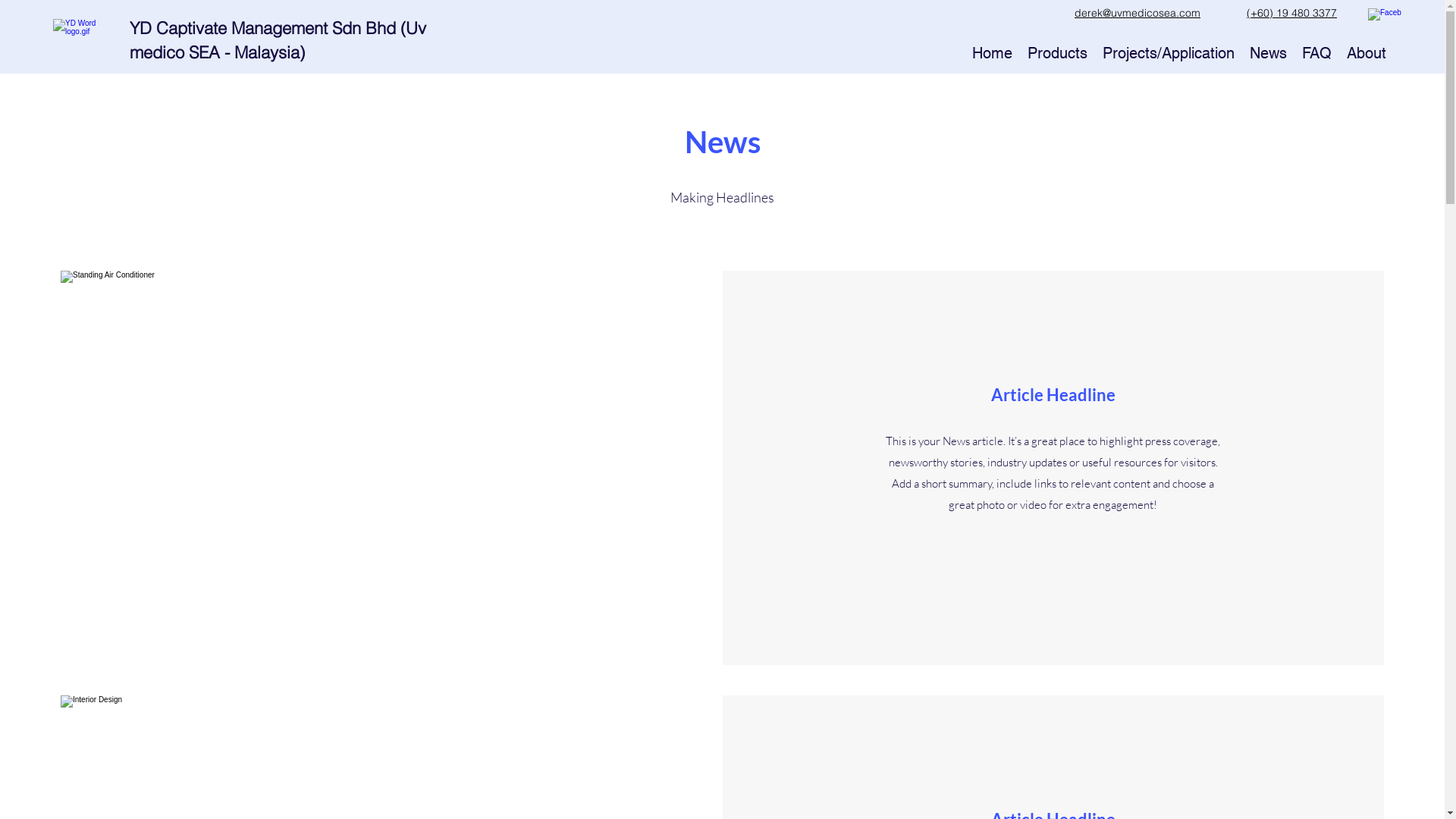  What do you see at coordinates (1339, 52) in the screenshot?
I see `'About'` at bounding box center [1339, 52].